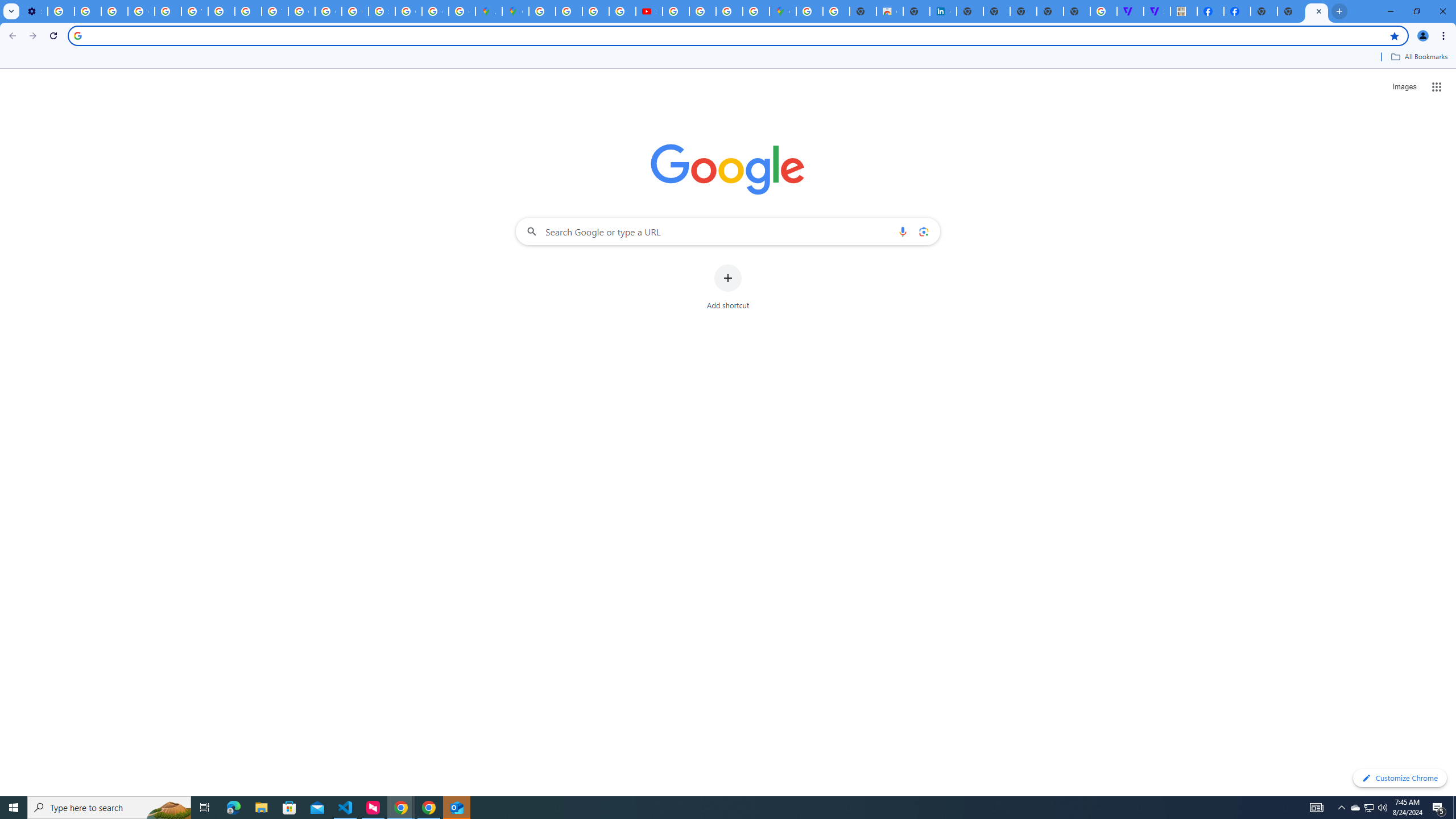 The width and height of the screenshot is (1456, 819). What do you see at coordinates (1263, 11) in the screenshot?
I see `'New Tab'` at bounding box center [1263, 11].